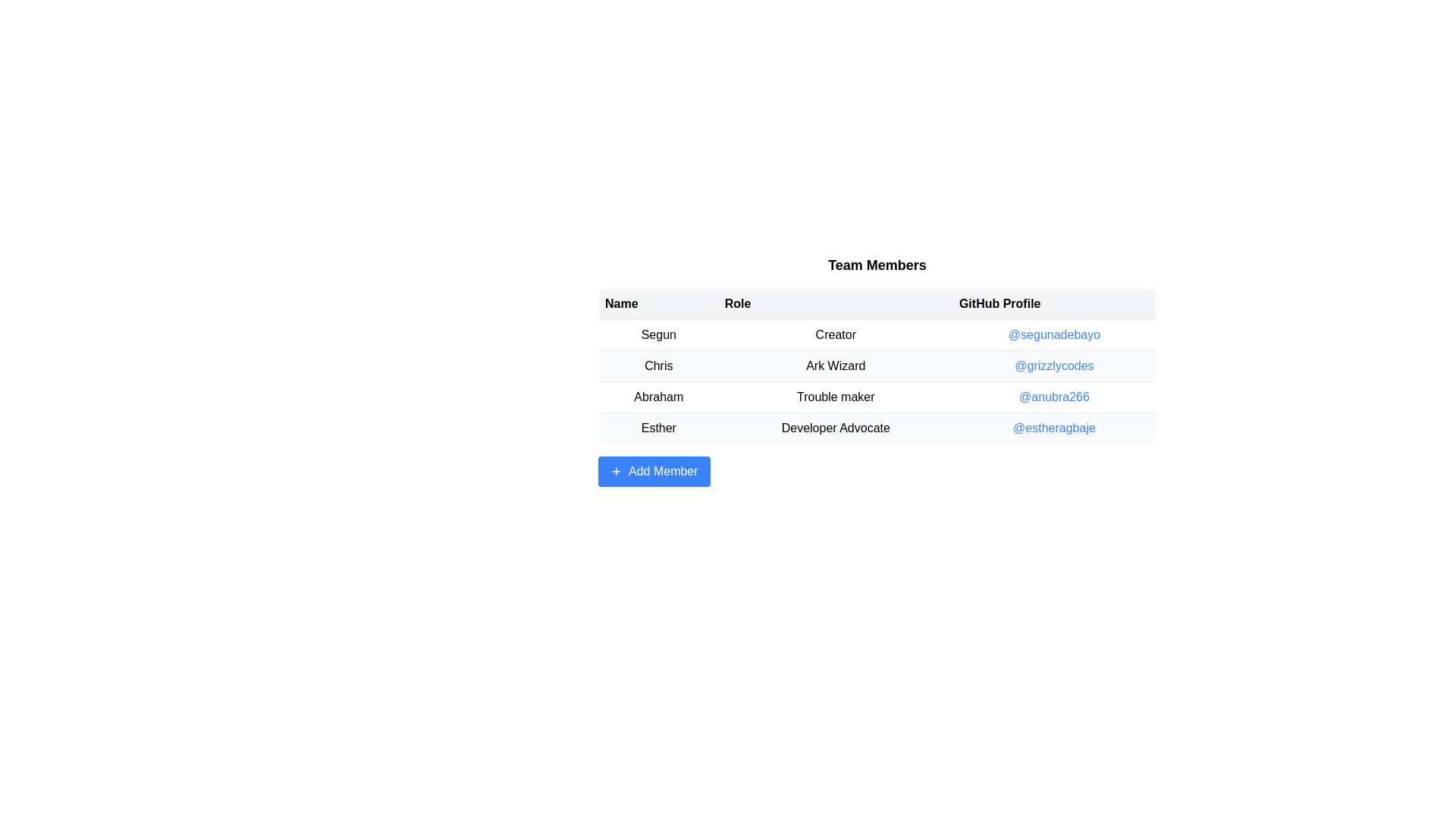 The height and width of the screenshot is (819, 1456). Describe the element at coordinates (658, 366) in the screenshot. I see `the static text field displaying 'Chris' under the 'Name' column in the 'Team Members' table, which is styled with a light gray background` at that location.